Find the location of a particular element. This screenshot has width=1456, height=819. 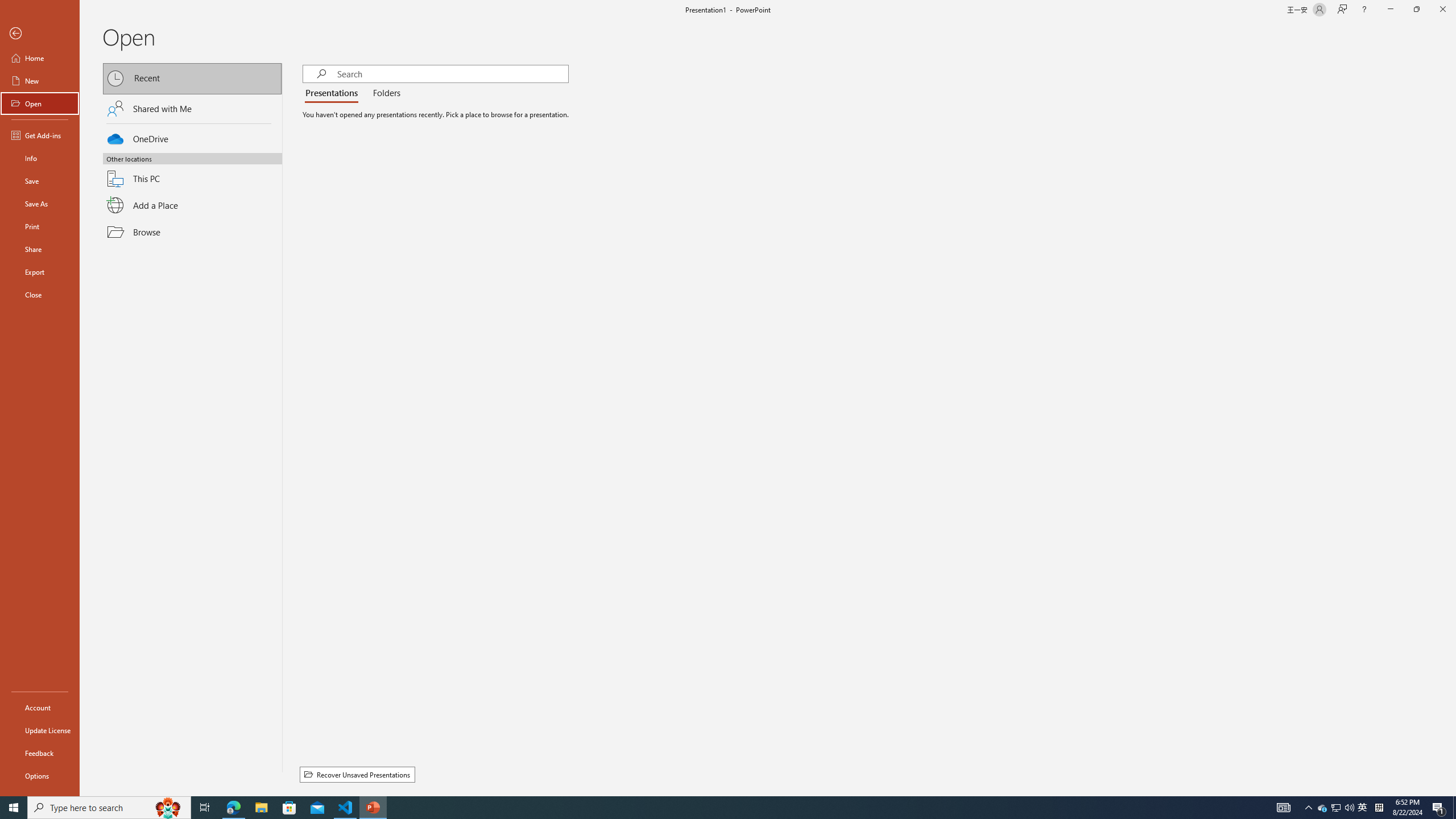

'Get Add-ins' is located at coordinates (39, 135).